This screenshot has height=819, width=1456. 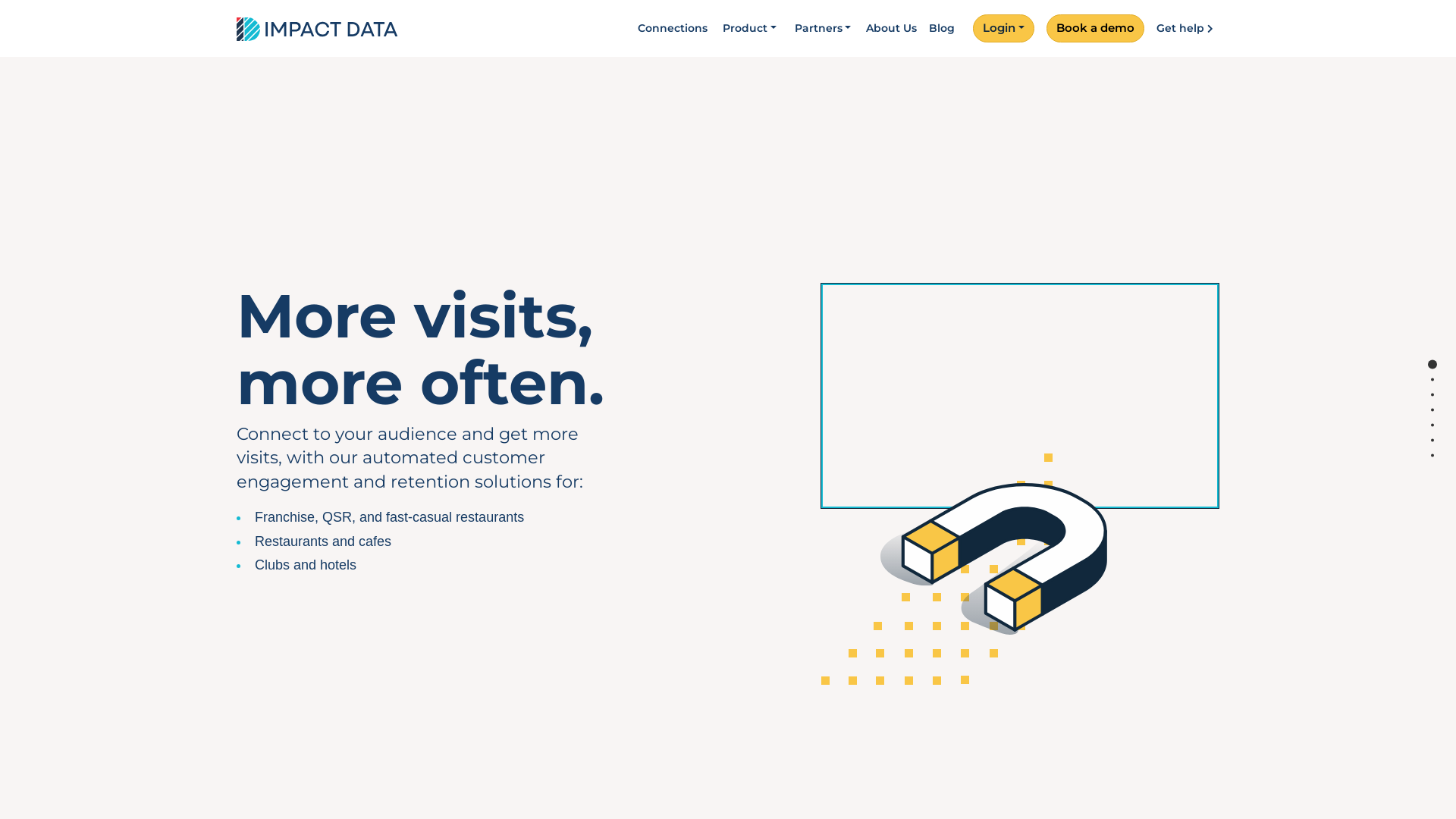 I want to click on 'Get help', so click(x=1187, y=28).